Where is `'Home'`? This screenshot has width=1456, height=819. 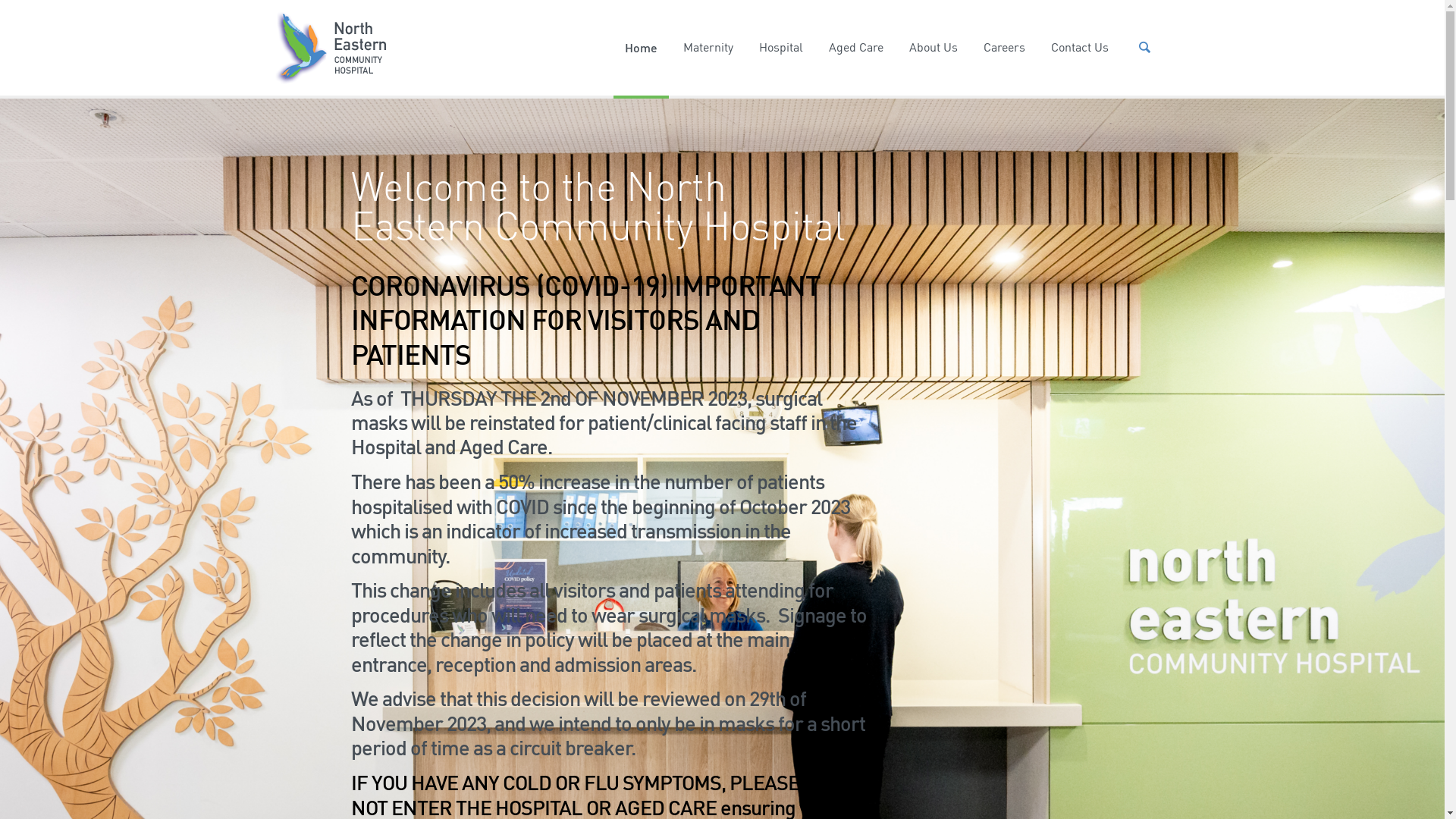 'Home' is located at coordinates (613, 46).